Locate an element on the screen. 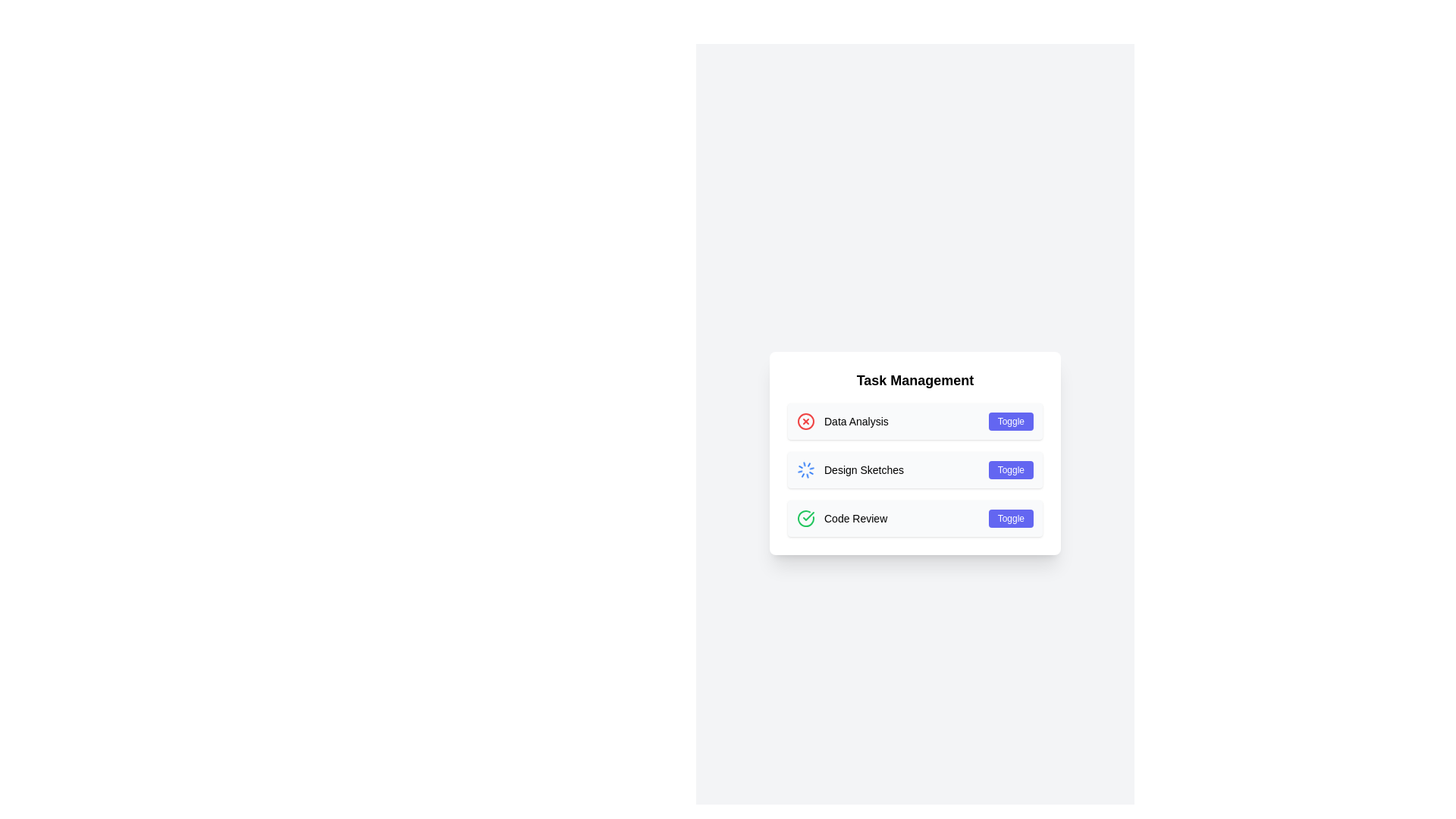 The width and height of the screenshot is (1456, 819). the Text Label indicating the title or name of a task in the task management system, located to the right of the green check icon under the 'Task Management' header is located at coordinates (855, 517).